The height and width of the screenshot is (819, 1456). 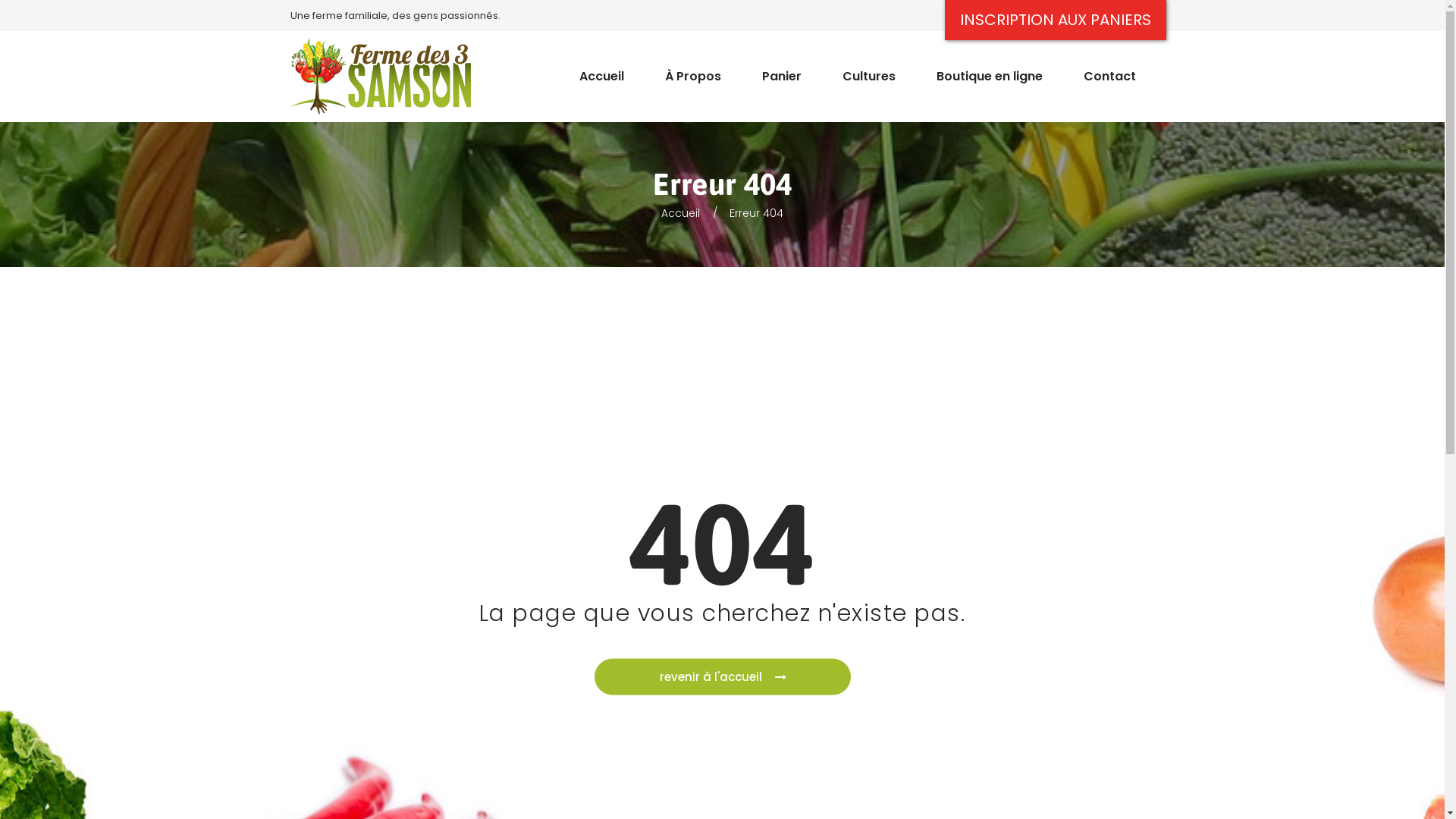 What do you see at coordinates (869, 69) in the screenshot?
I see `'Cultures'` at bounding box center [869, 69].